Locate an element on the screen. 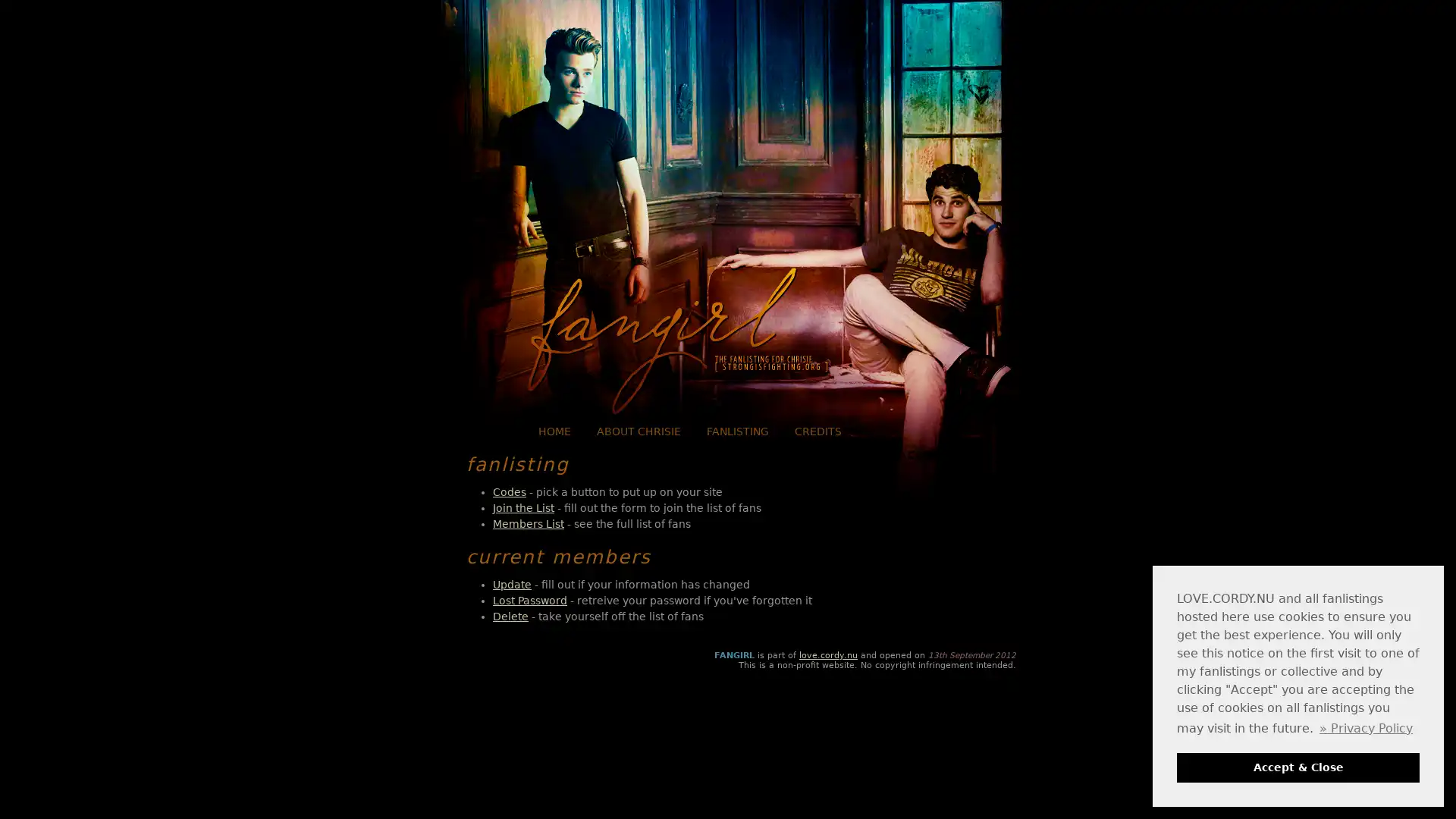 Image resolution: width=1456 pixels, height=819 pixels. learn more about cookies is located at coordinates (1366, 727).